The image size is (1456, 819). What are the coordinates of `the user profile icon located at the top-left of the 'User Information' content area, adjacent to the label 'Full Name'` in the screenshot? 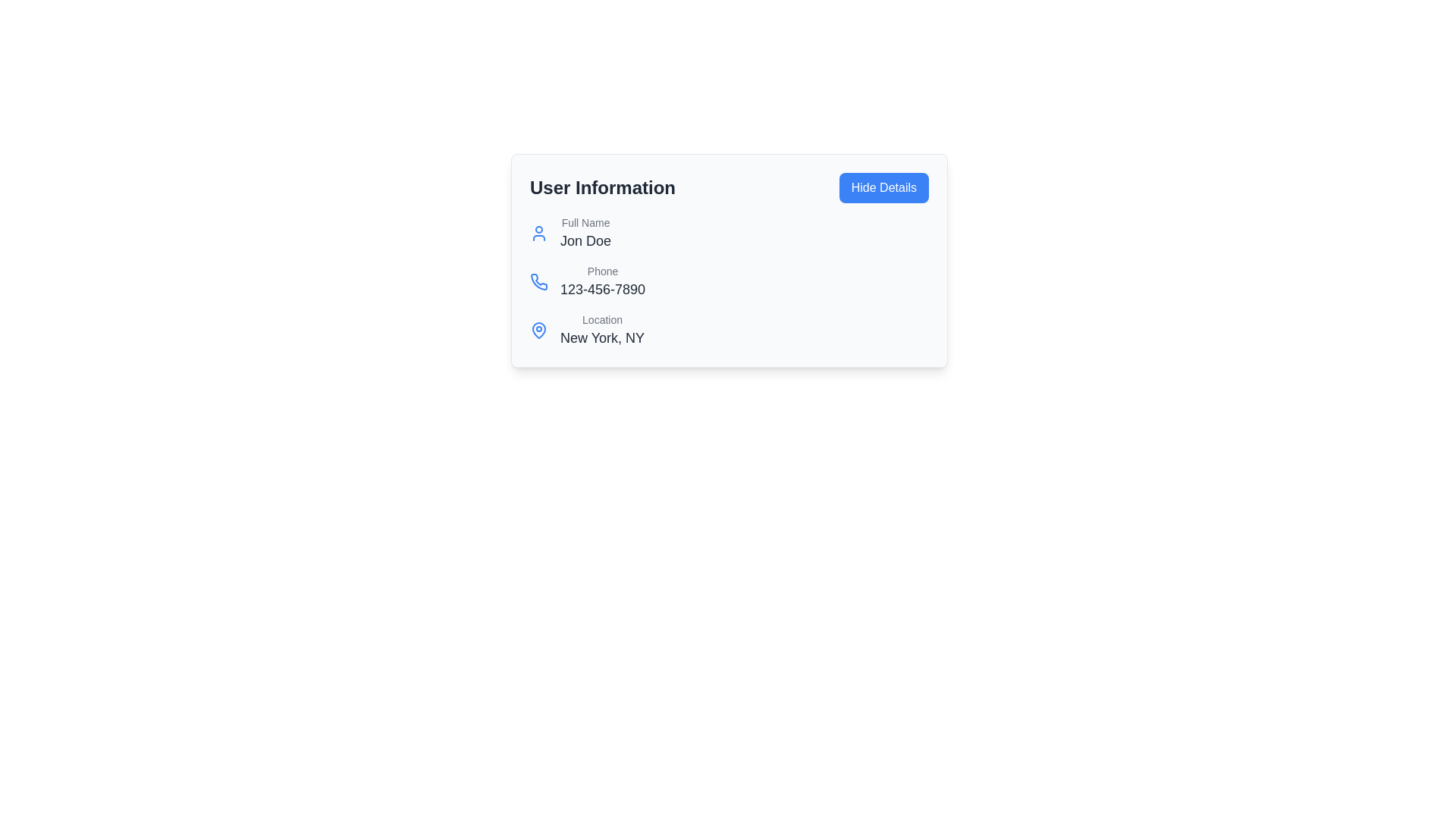 It's located at (538, 234).